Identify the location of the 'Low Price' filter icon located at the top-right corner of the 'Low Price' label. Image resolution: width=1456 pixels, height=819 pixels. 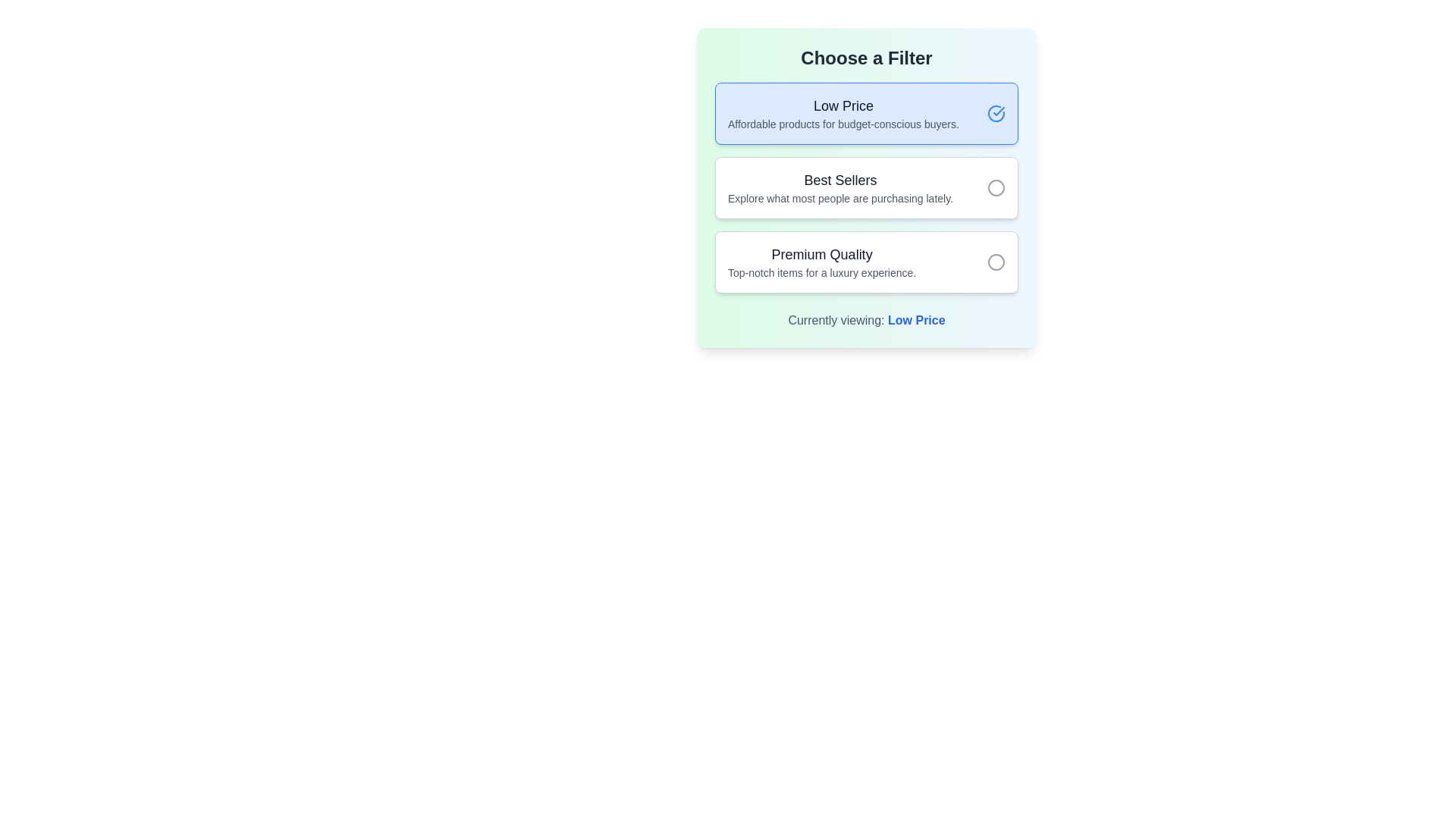
(999, 110).